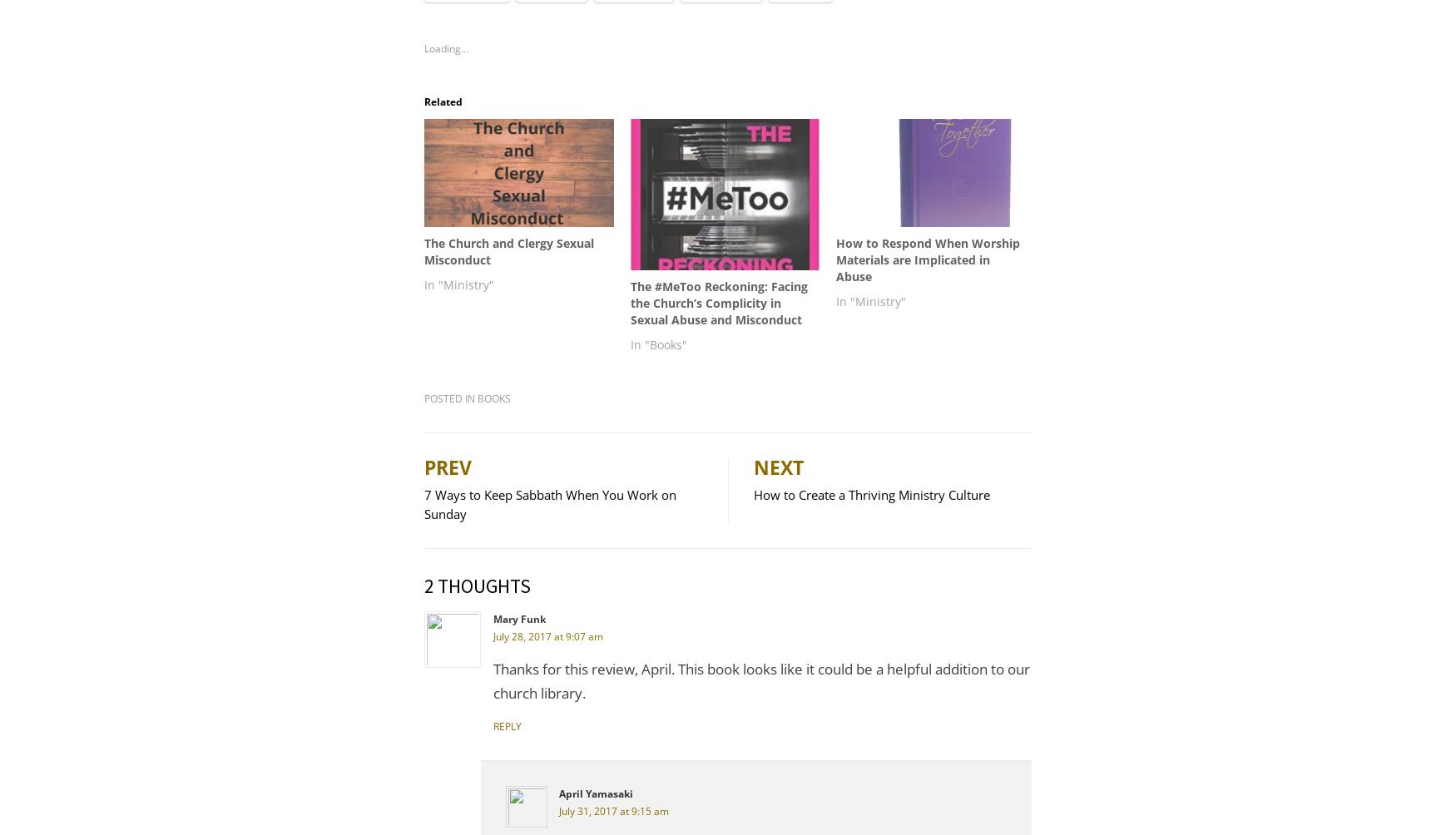 The width and height of the screenshot is (1456, 835). What do you see at coordinates (449, 397) in the screenshot?
I see `'Posted in'` at bounding box center [449, 397].